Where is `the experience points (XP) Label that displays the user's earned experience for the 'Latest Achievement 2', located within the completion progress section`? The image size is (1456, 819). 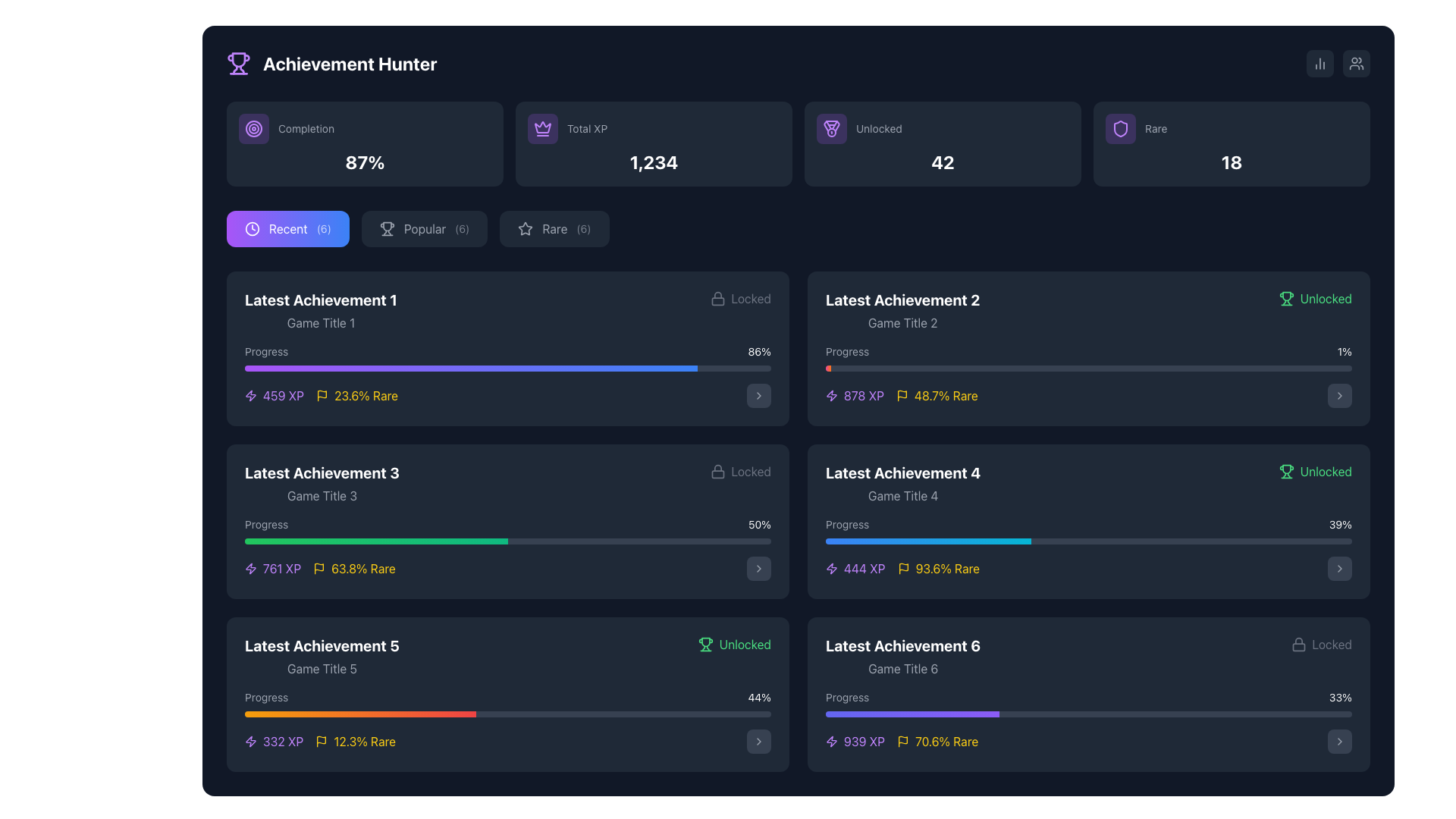
the experience points (XP) Label that displays the user's earned experience for the 'Latest Achievement 2', located within the completion progress section is located at coordinates (855, 394).